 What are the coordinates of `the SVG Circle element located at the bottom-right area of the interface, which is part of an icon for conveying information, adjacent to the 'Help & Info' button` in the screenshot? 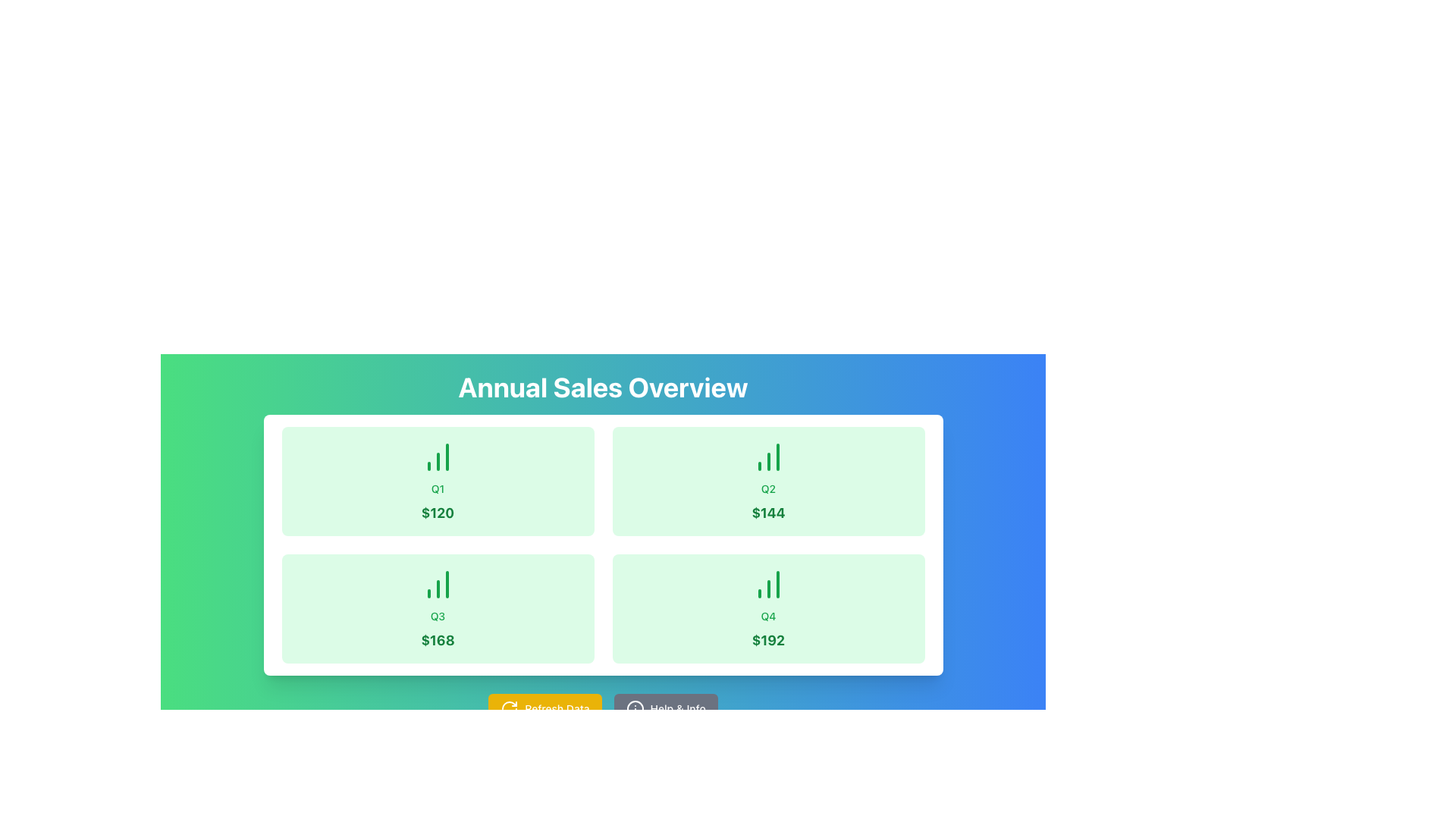 It's located at (635, 708).